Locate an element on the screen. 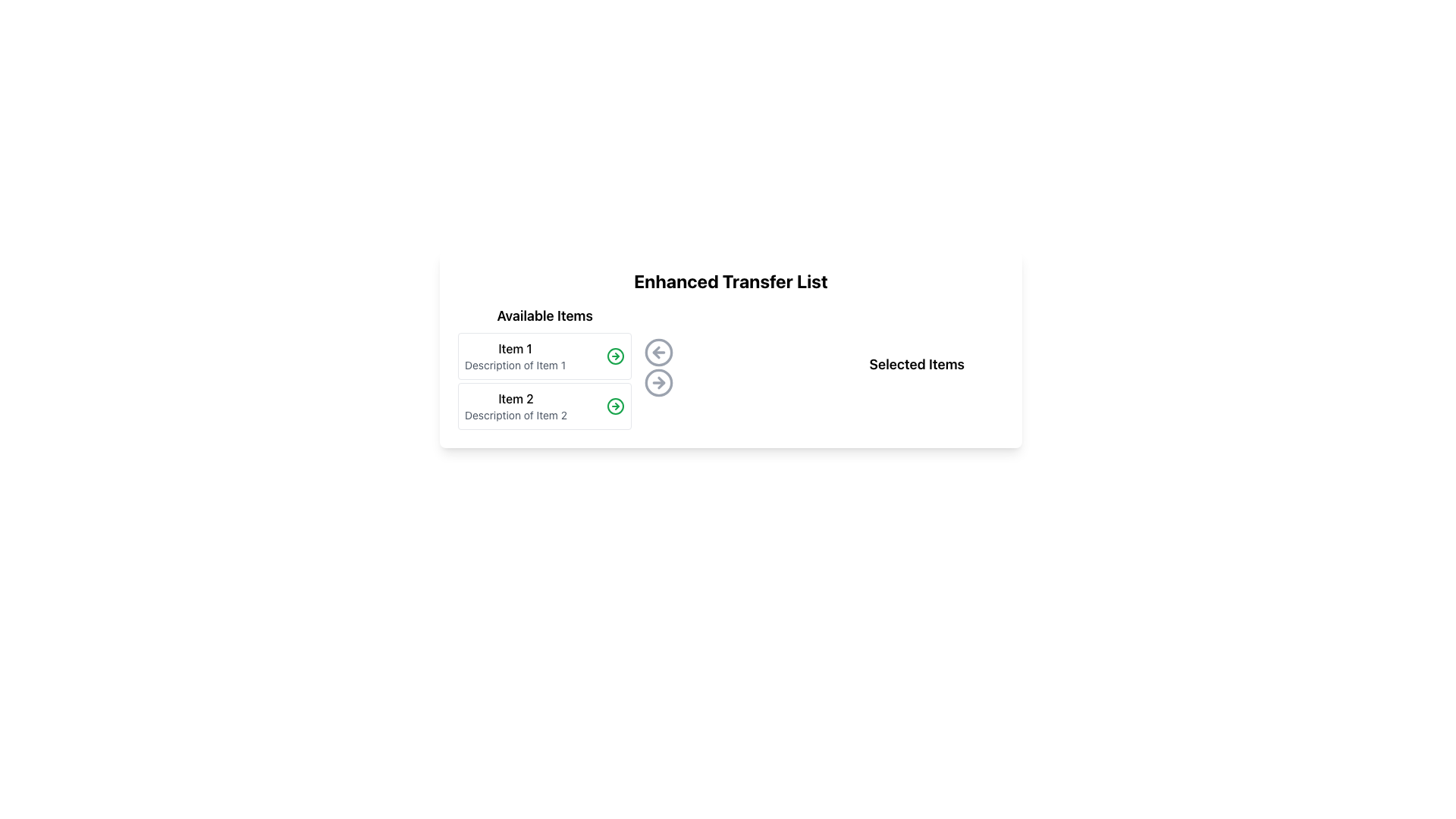  the SVG Circle element of the right-arrow transfer button located in the middle section of the interface is located at coordinates (659, 382).